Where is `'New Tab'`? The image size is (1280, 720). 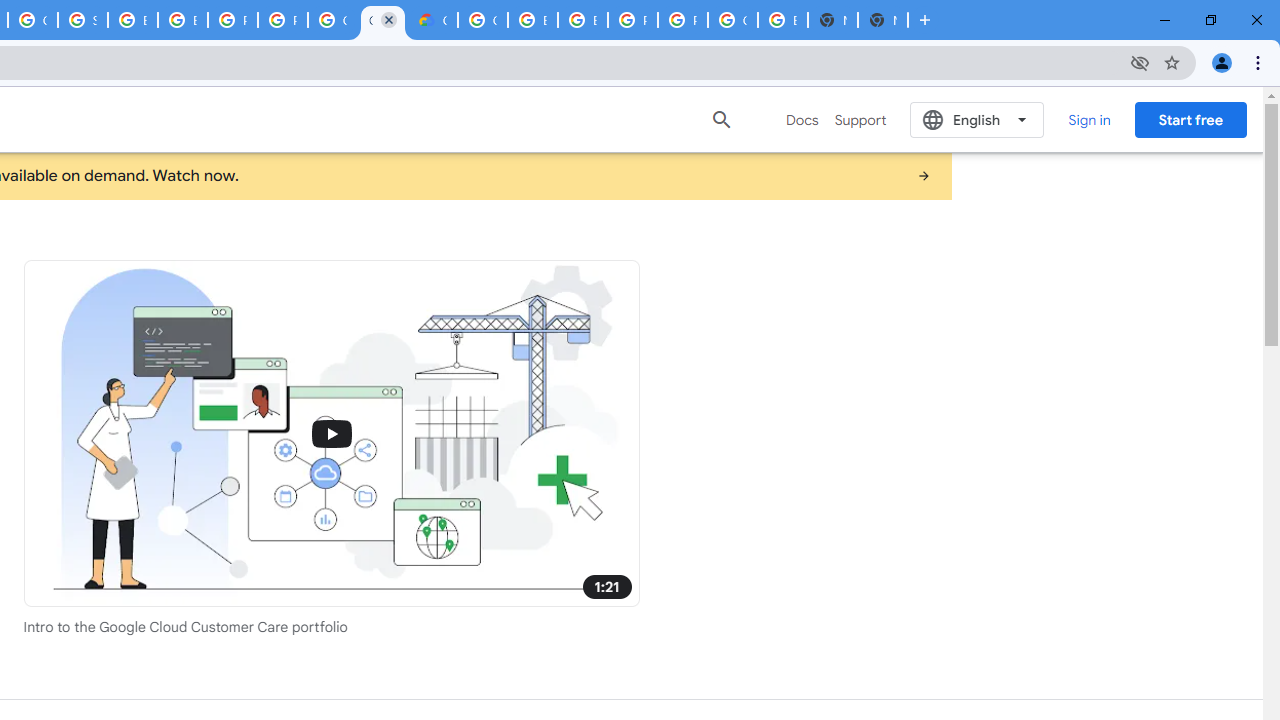
'New Tab' is located at coordinates (881, 20).